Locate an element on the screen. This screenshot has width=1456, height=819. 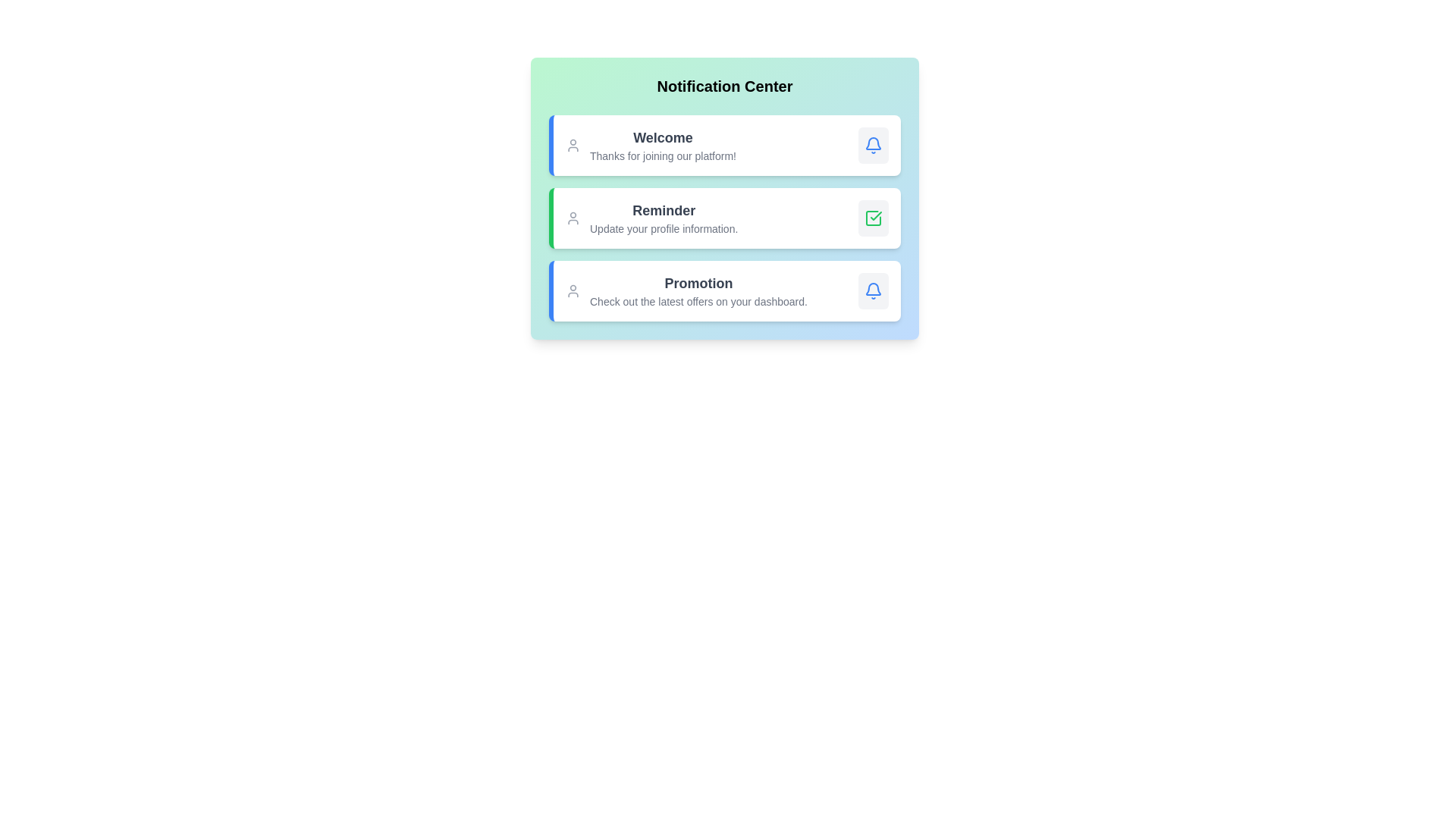
the user avatar icon associated with Reminder notification is located at coordinates (572, 218).